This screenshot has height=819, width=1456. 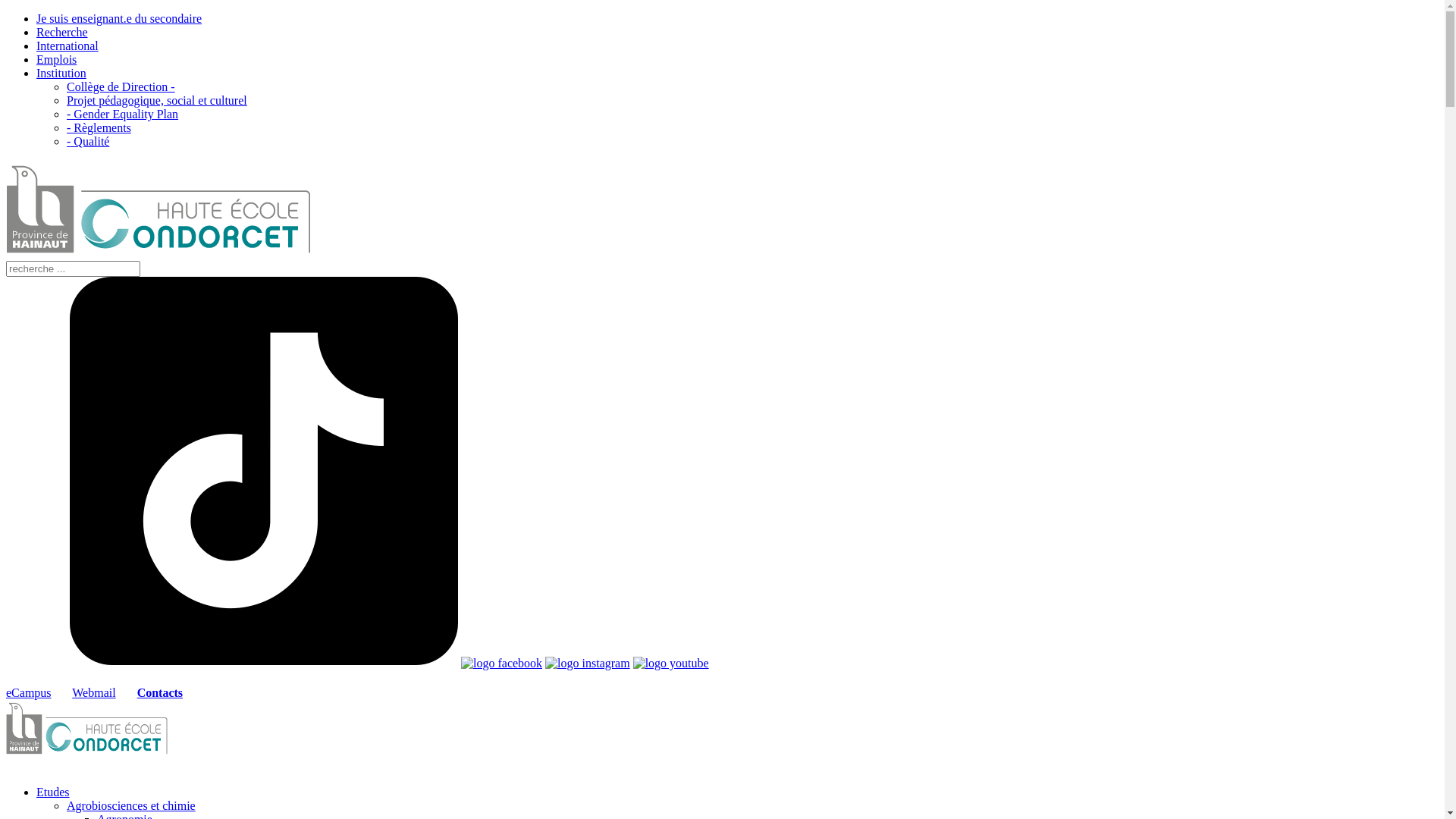 I want to click on 'Agrobiosciences et chimie', so click(x=130, y=805).